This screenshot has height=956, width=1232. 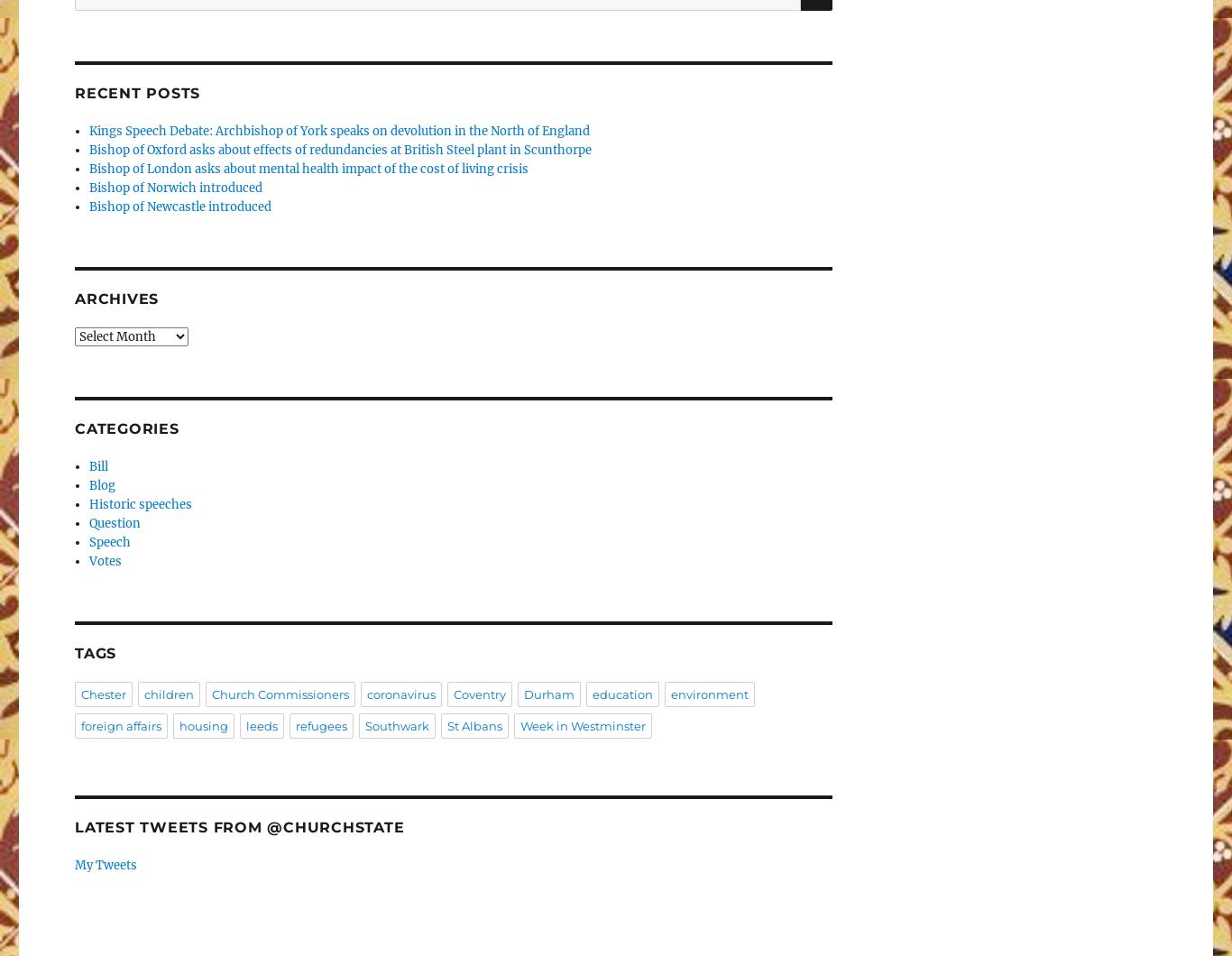 What do you see at coordinates (89, 186) in the screenshot?
I see `'Bishop of Norwich introduced'` at bounding box center [89, 186].